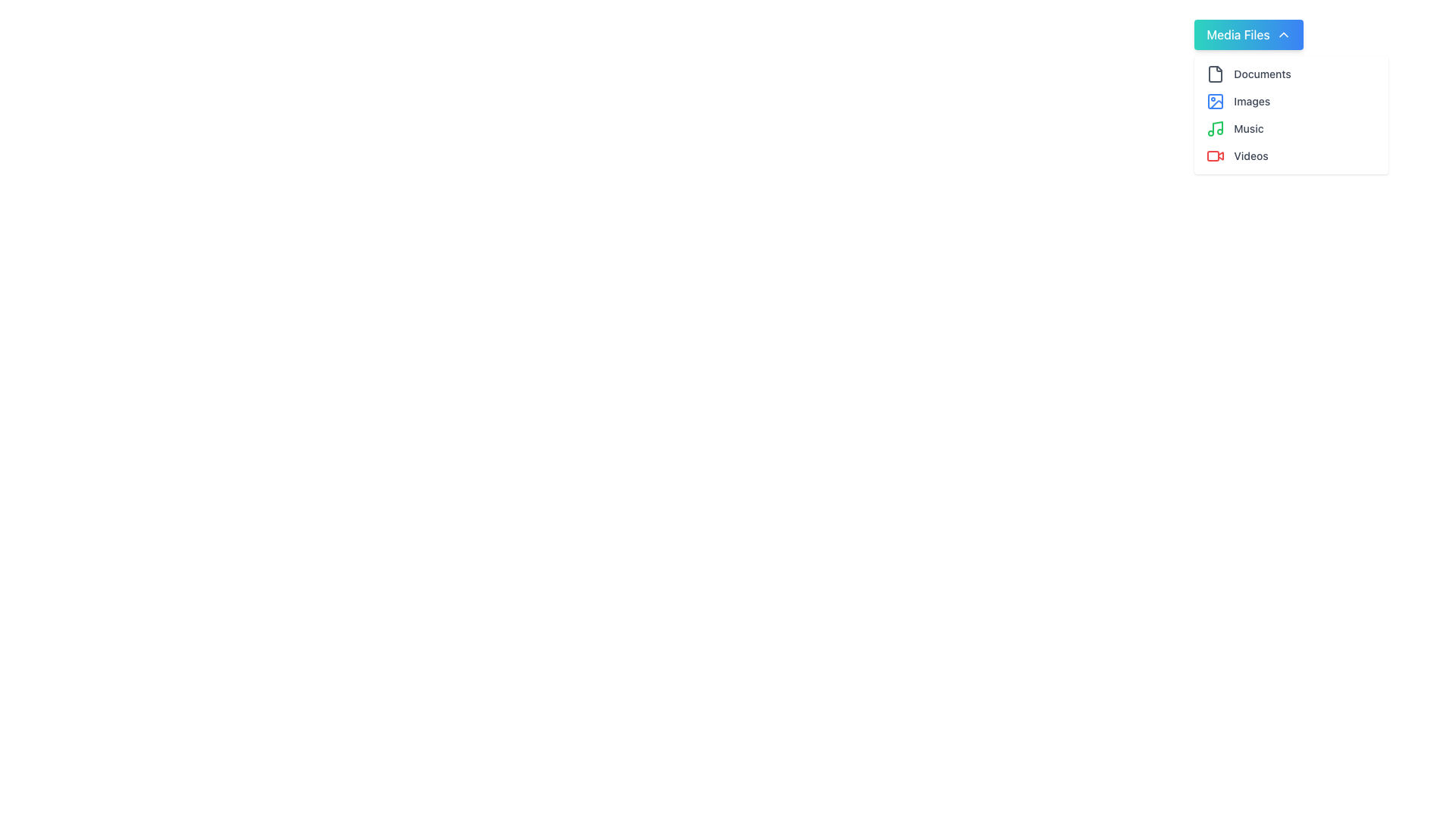 Image resolution: width=1456 pixels, height=819 pixels. I want to click on the text label displaying 'Documents' within the dropdown menu under the heading 'Media Files', which is associated with a file icon, so click(1263, 74).